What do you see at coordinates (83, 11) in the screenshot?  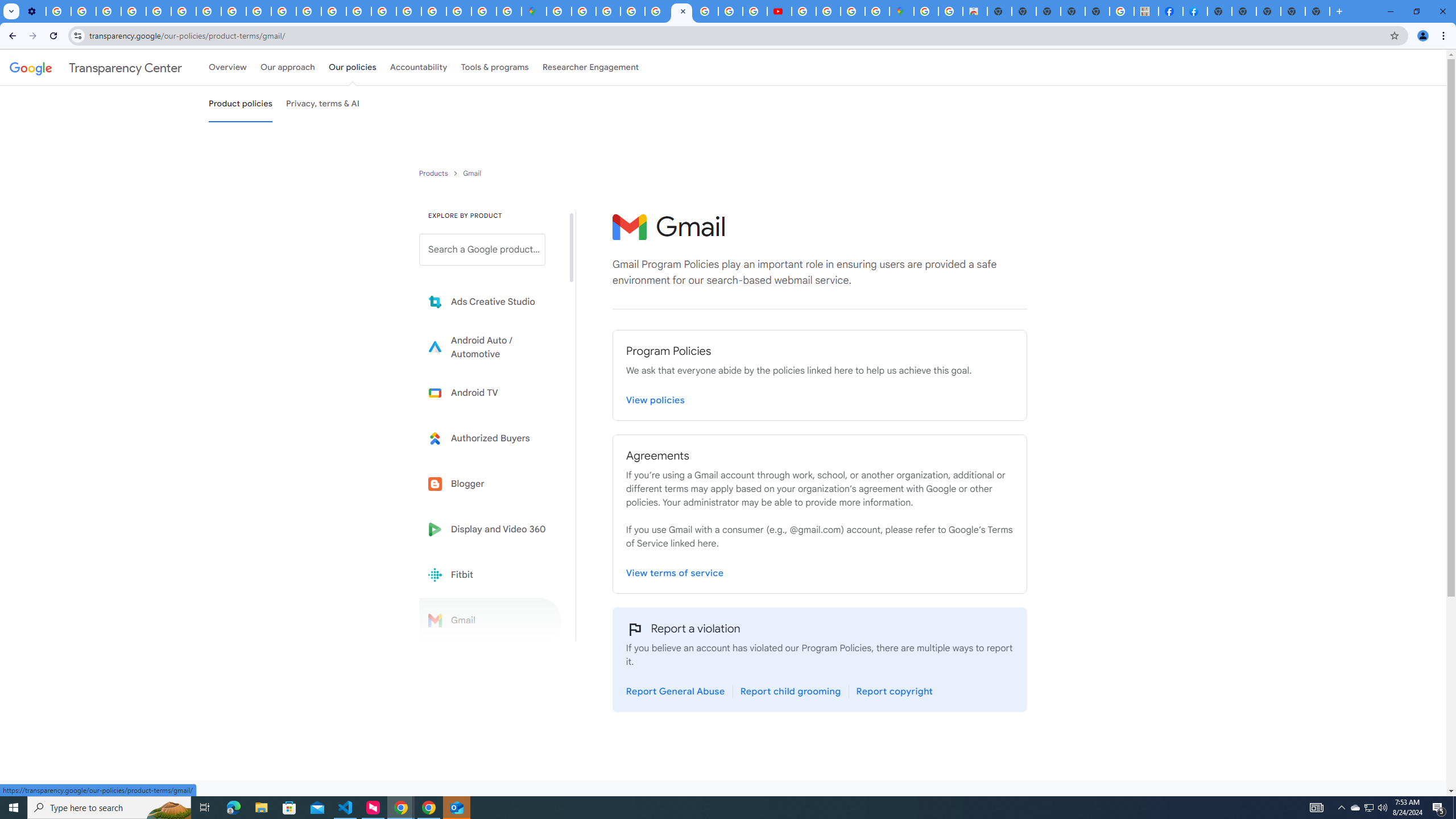 I see `'Learn how to find your photos - Google Photos Help'` at bounding box center [83, 11].